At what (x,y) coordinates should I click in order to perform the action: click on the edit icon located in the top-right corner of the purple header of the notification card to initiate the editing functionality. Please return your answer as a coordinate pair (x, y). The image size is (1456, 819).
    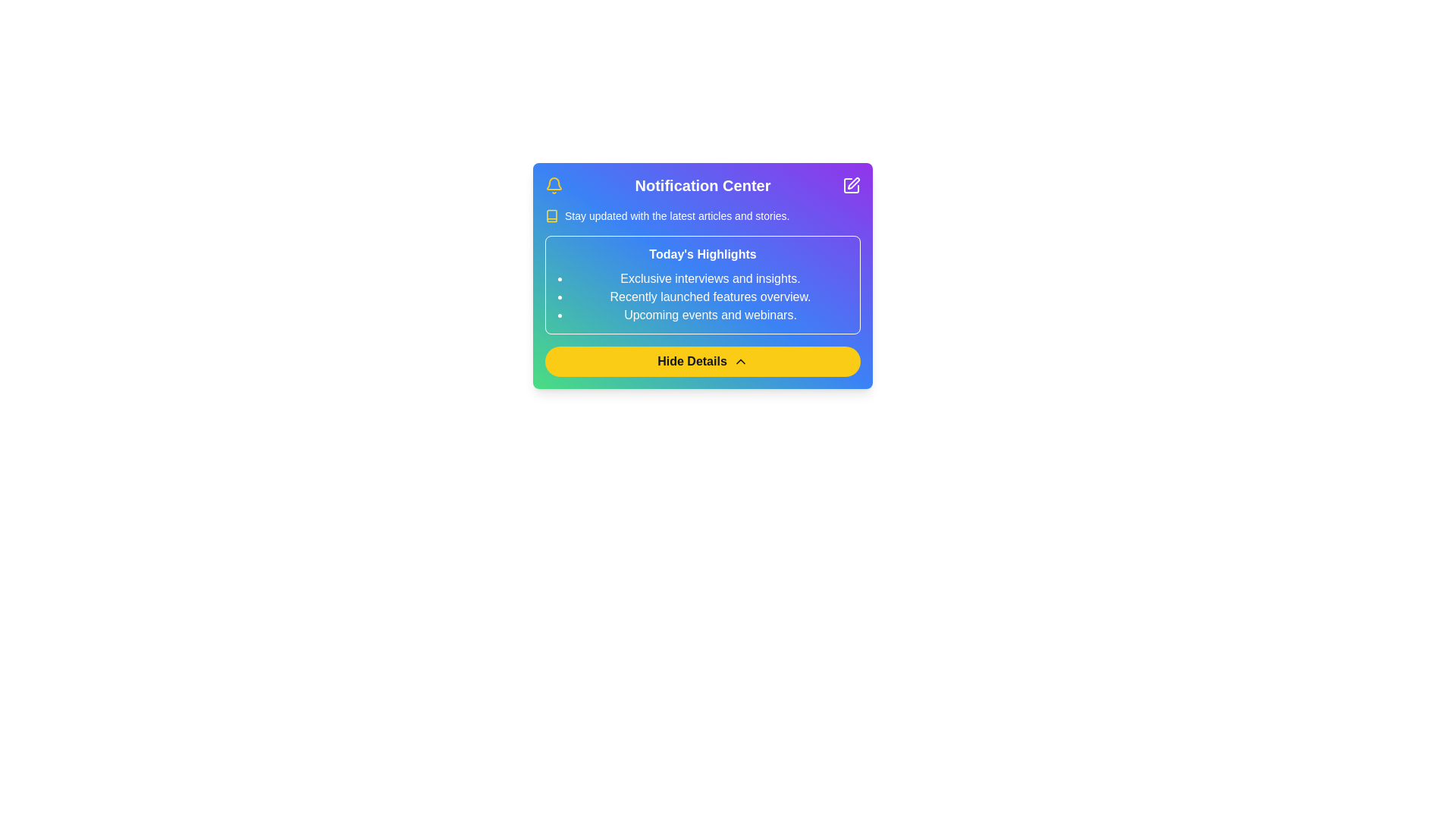
    Looking at the image, I should click on (854, 183).